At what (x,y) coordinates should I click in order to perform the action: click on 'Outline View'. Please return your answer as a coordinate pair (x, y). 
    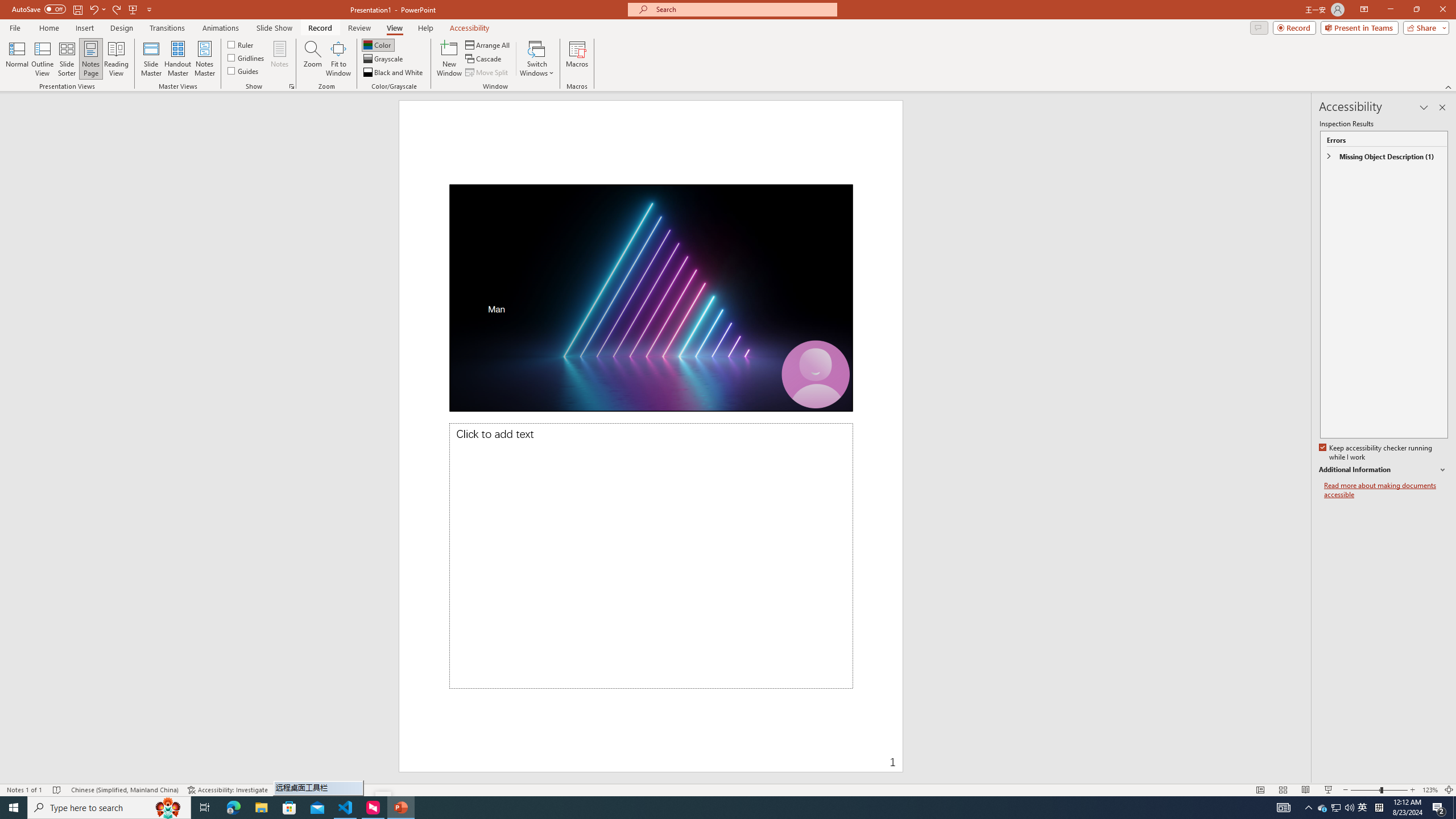
    Looking at the image, I should click on (42, 59).